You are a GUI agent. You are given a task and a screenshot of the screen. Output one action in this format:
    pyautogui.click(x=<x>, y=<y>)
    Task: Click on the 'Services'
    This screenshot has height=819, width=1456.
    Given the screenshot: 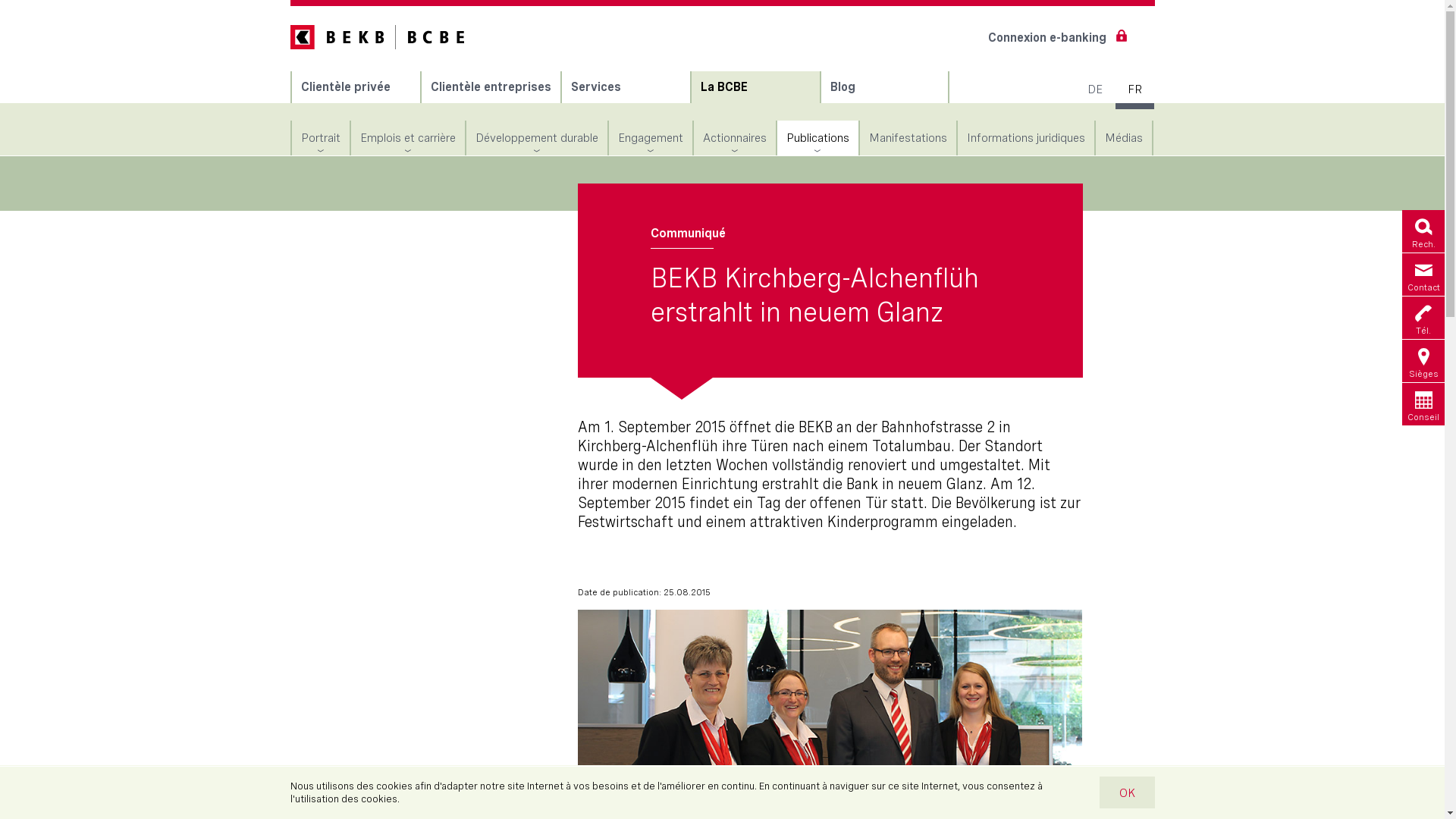 What is the action you would take?
    pyautogui.click(x=560, y=87)
    